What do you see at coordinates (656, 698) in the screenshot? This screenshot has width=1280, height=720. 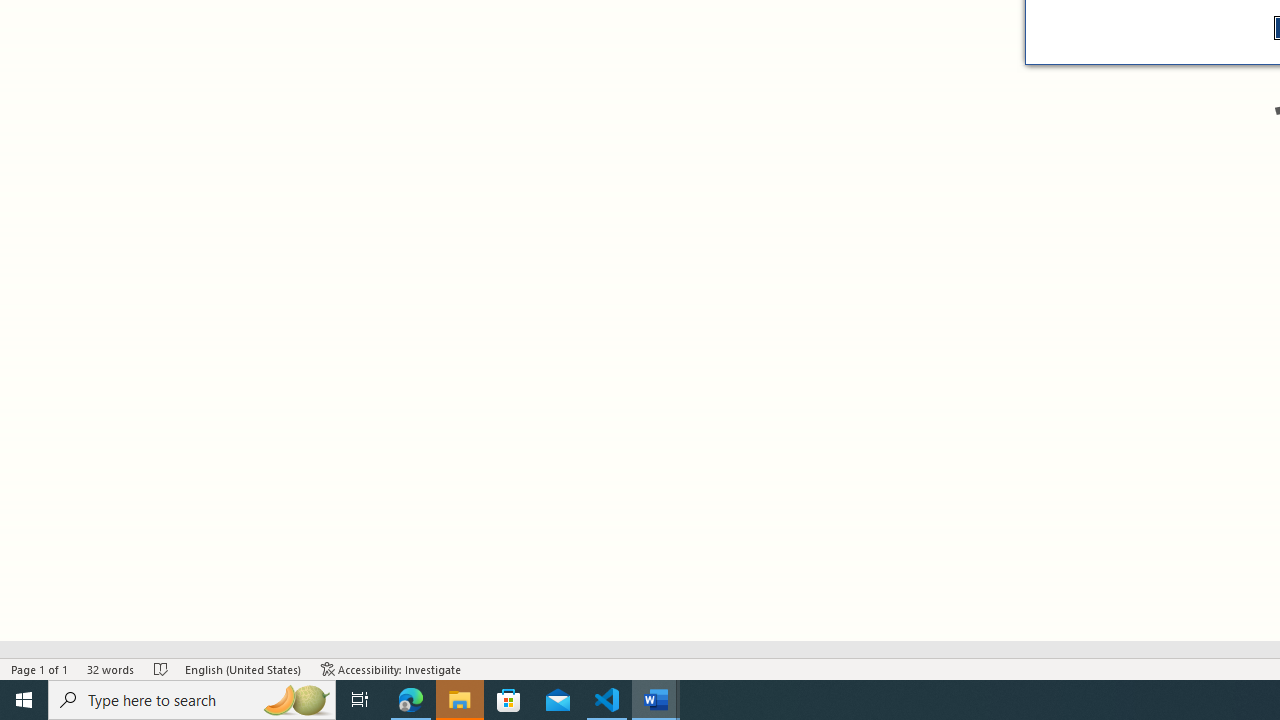 I see `'Word - 2 running windows'` at bounding box center [656, 698].